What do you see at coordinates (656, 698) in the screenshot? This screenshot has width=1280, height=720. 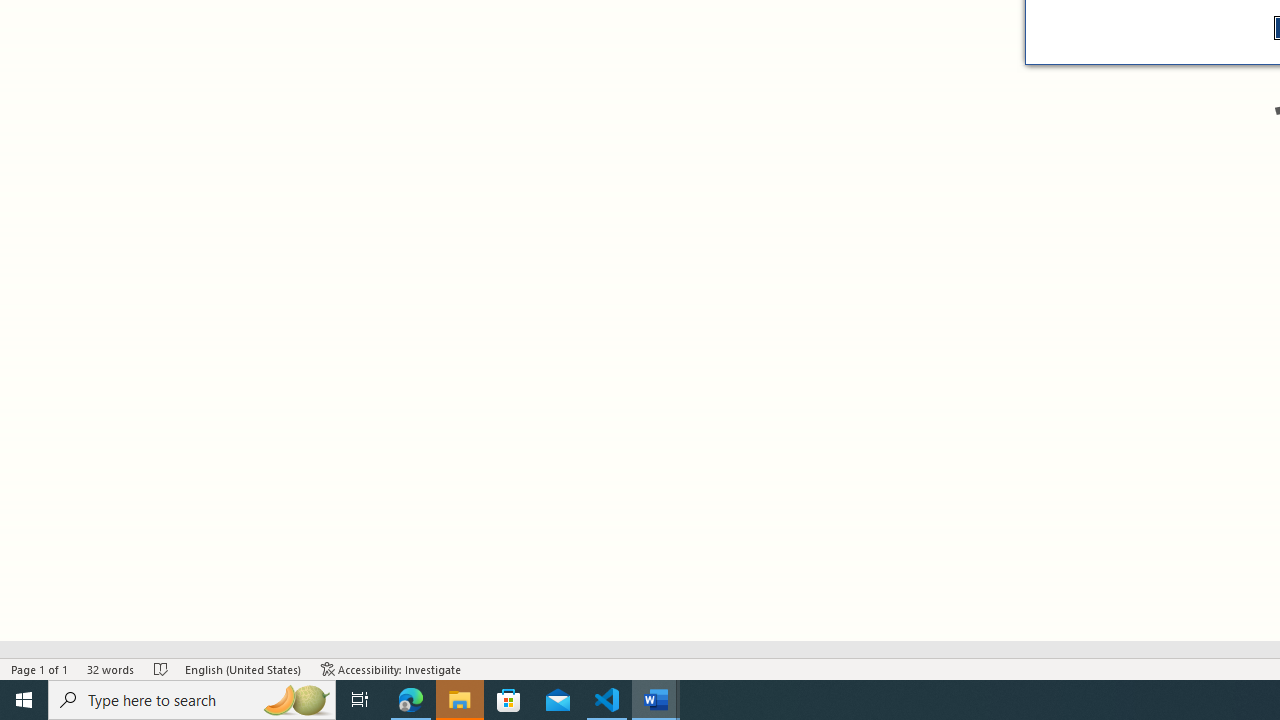 I see `'Word - 2 running windows'` at bounding box center [656, 698].